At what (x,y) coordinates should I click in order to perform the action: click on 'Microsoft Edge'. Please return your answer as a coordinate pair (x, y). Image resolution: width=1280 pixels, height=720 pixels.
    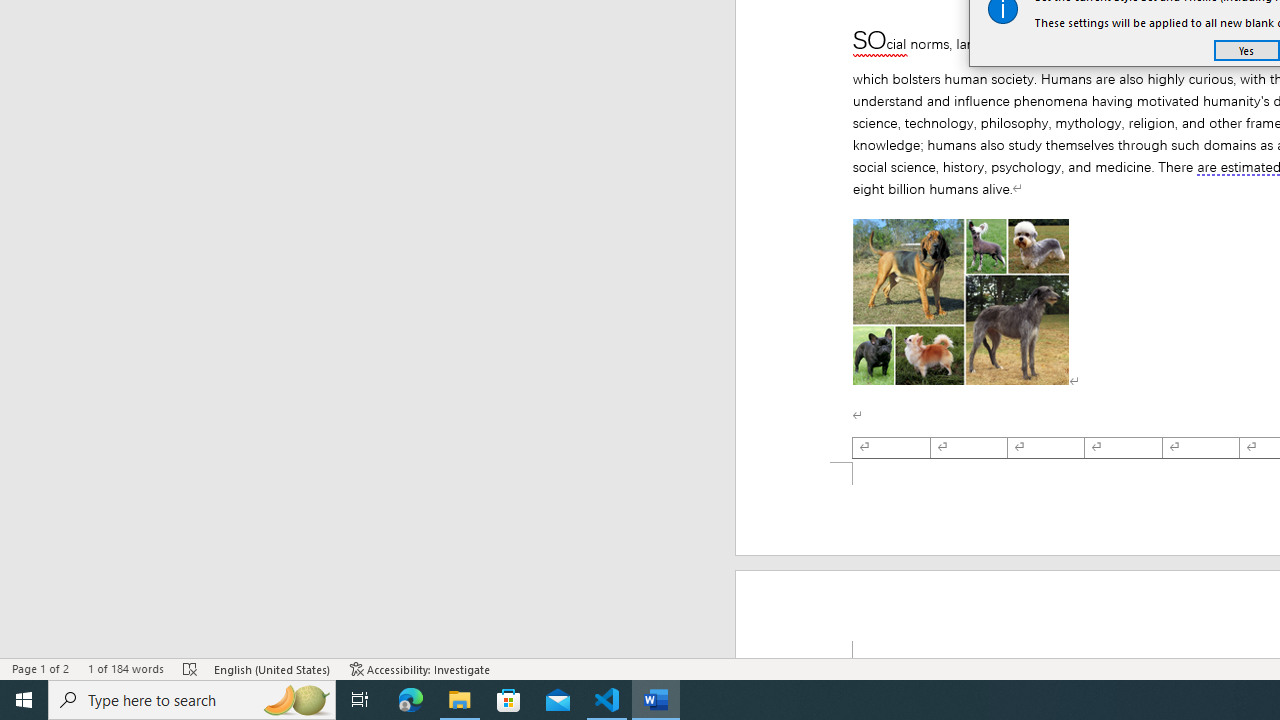
    Looking at the image, I should click on (410, 698).